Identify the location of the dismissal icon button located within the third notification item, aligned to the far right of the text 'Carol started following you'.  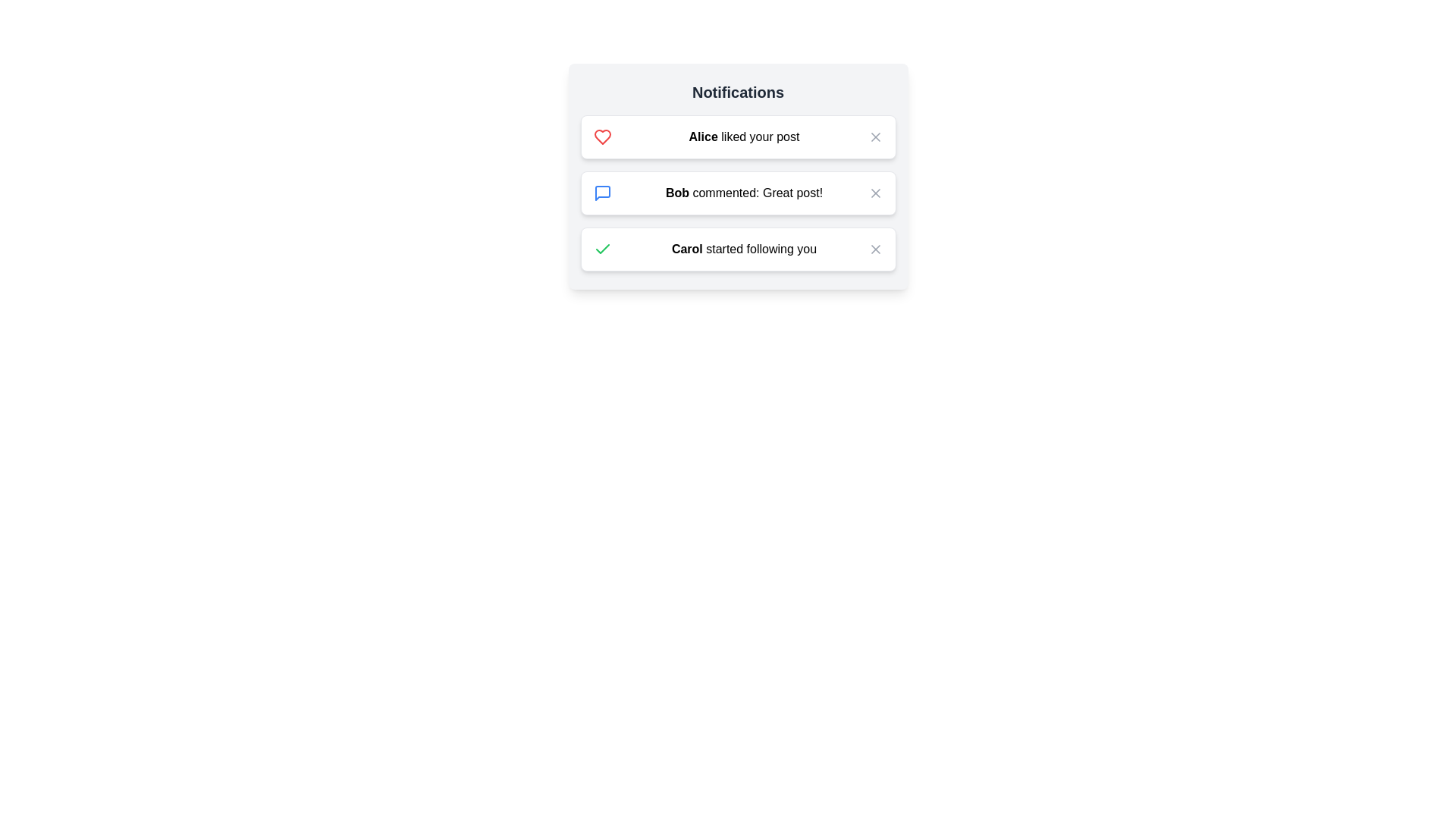
(875, 248).